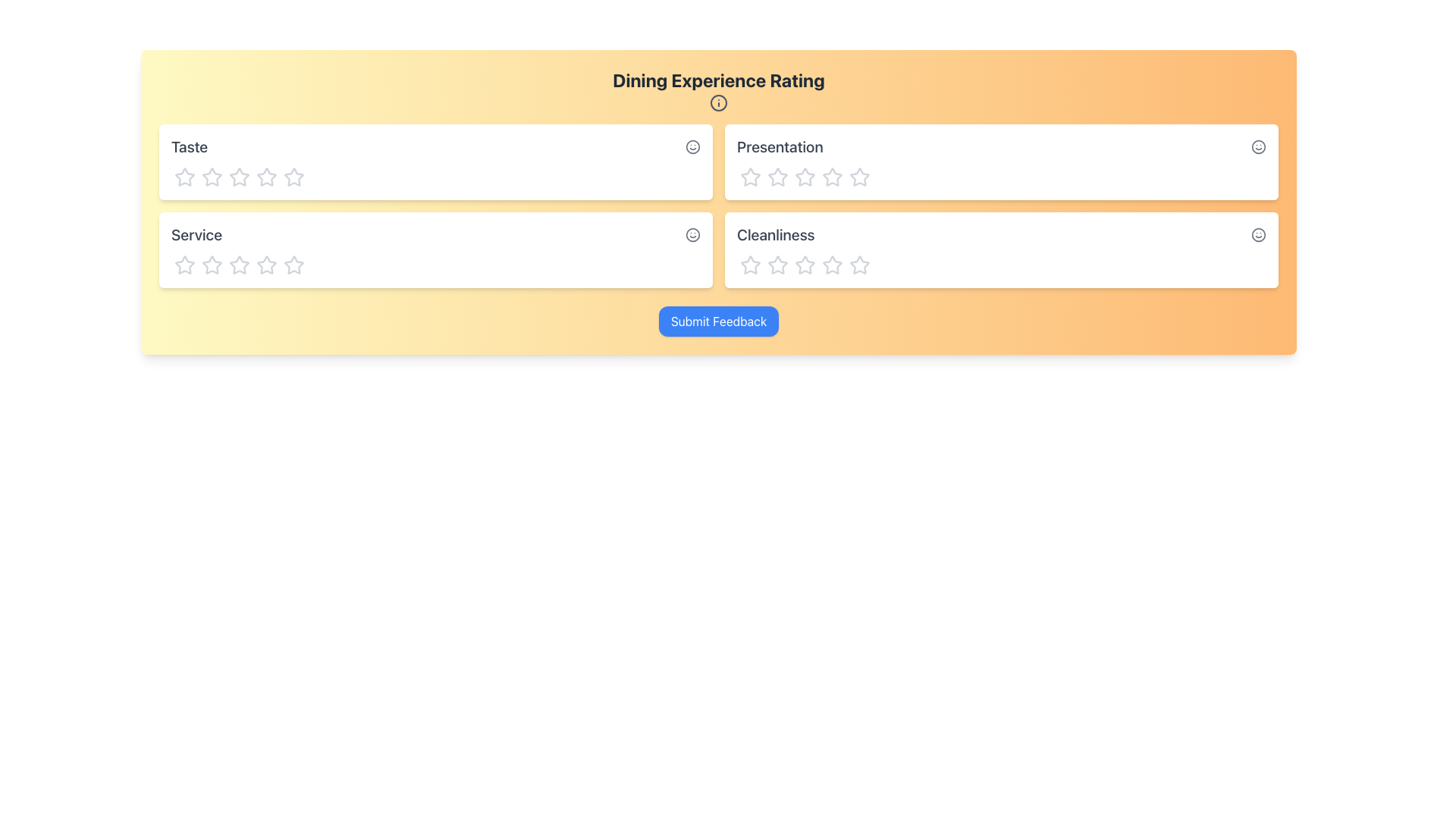 The image size is (1456, 819). Describe the element at coordinates (859, 263) in the screenshot. I see `the sixth star icon in the 'Cleanliness' section of the 'Dining Experience Rating' form` at that location.